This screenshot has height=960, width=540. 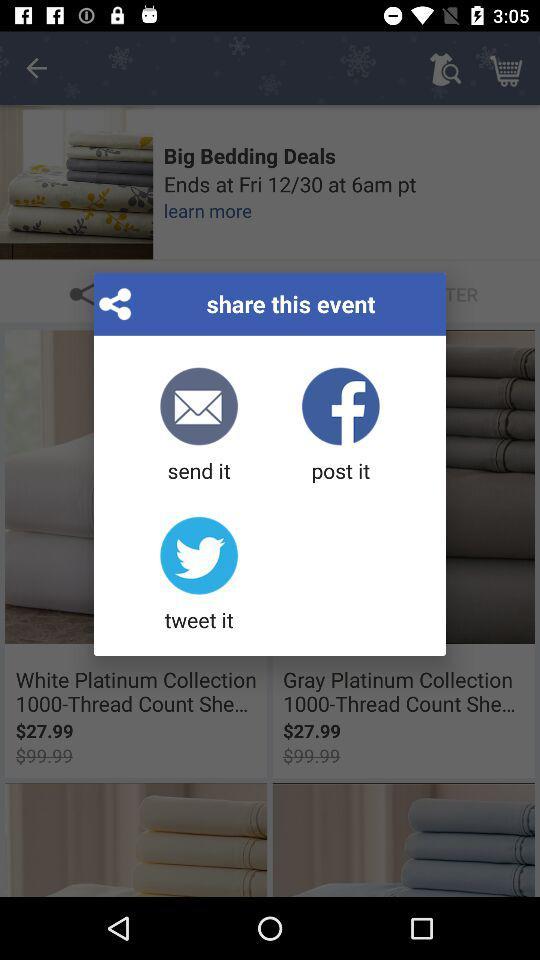 I want to click on the item next to post it icon, so click(x=199, y=426).